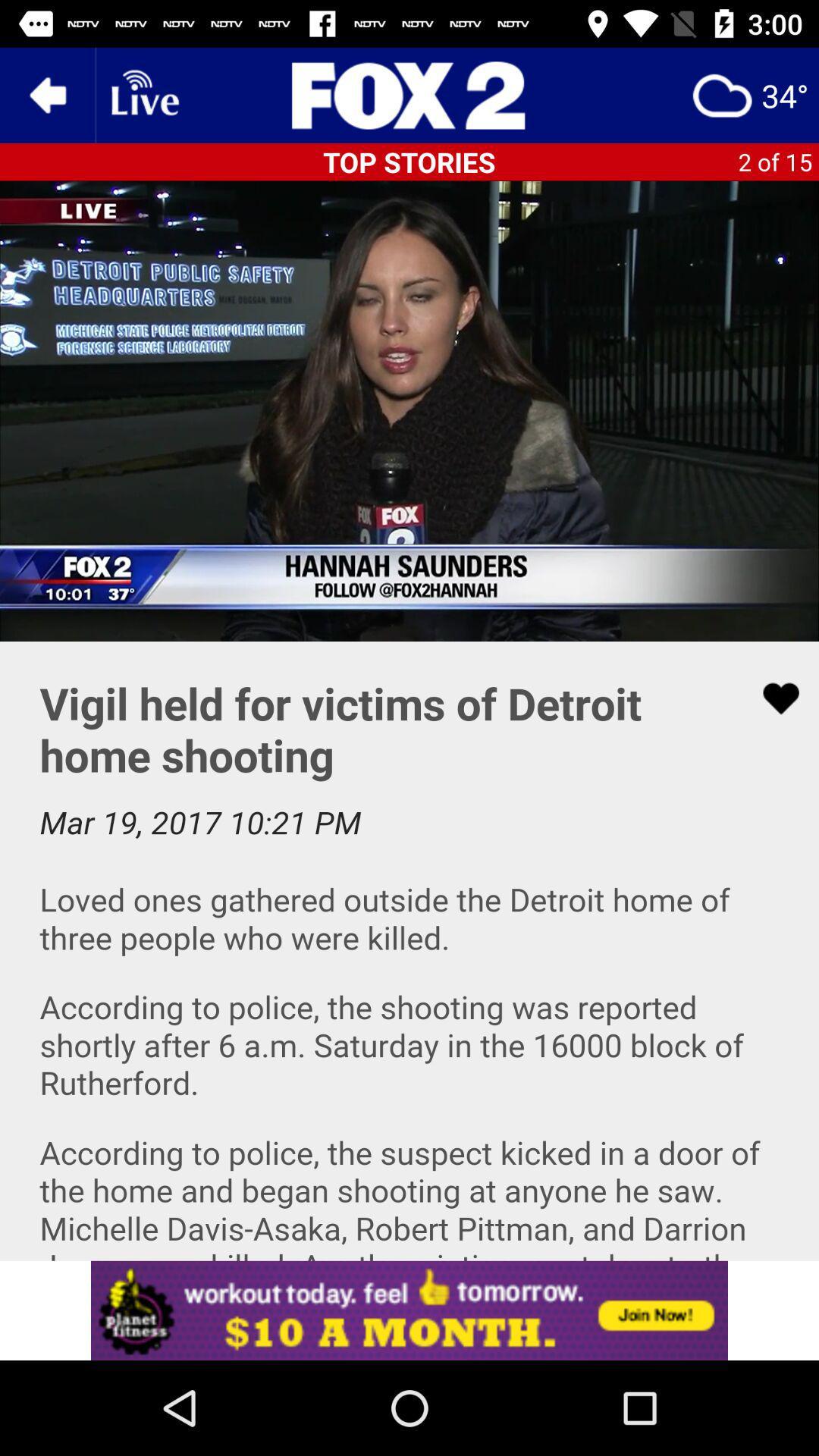 The image size is (819, 1456). Describe the element at coordinates (46, 94) in the screenshot. I see `go back` at that location.